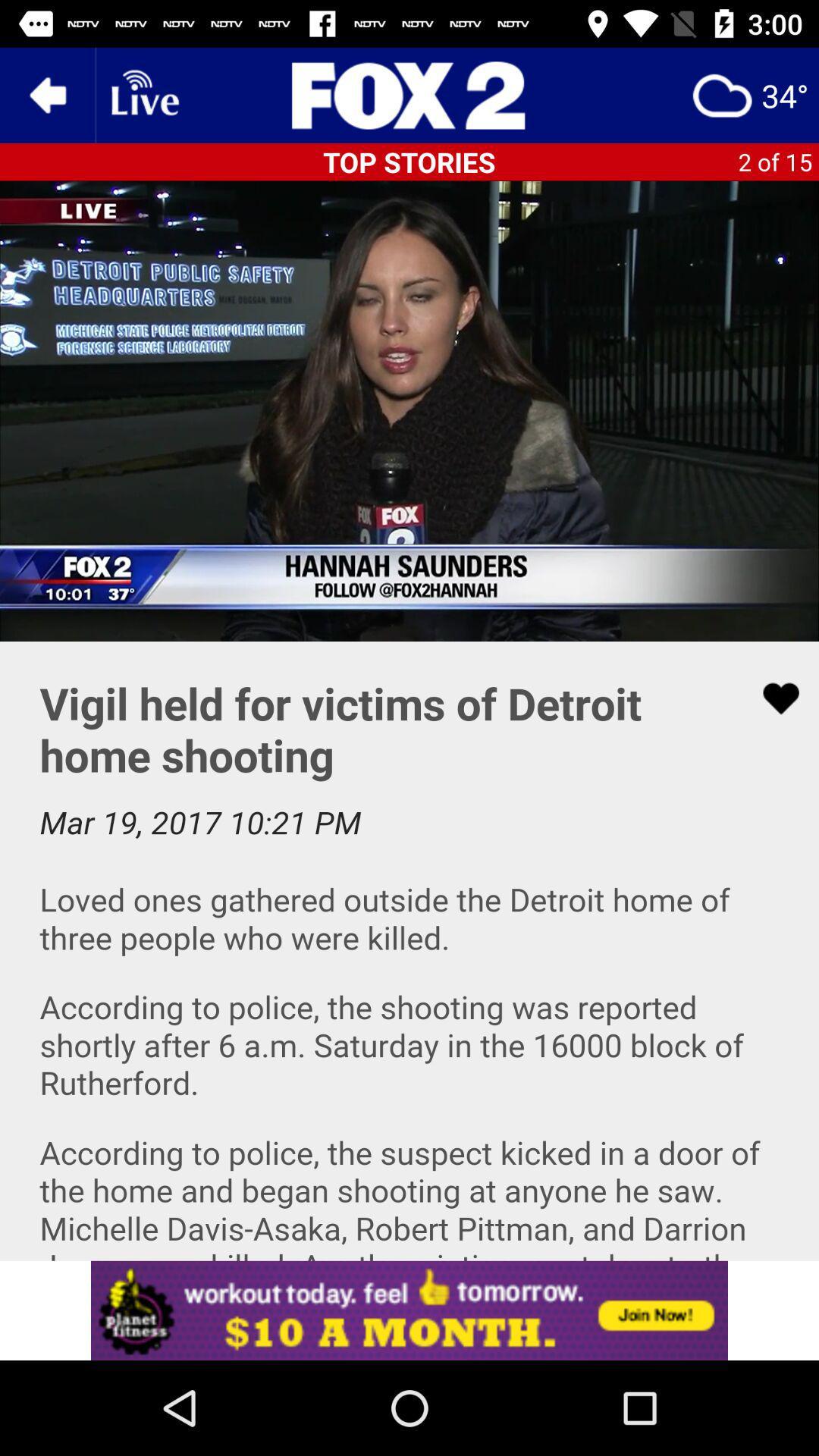 The image size is (819, 1456). Describe the element at coordinates (46, 94) in the screenshot. I see `go back` at that location.